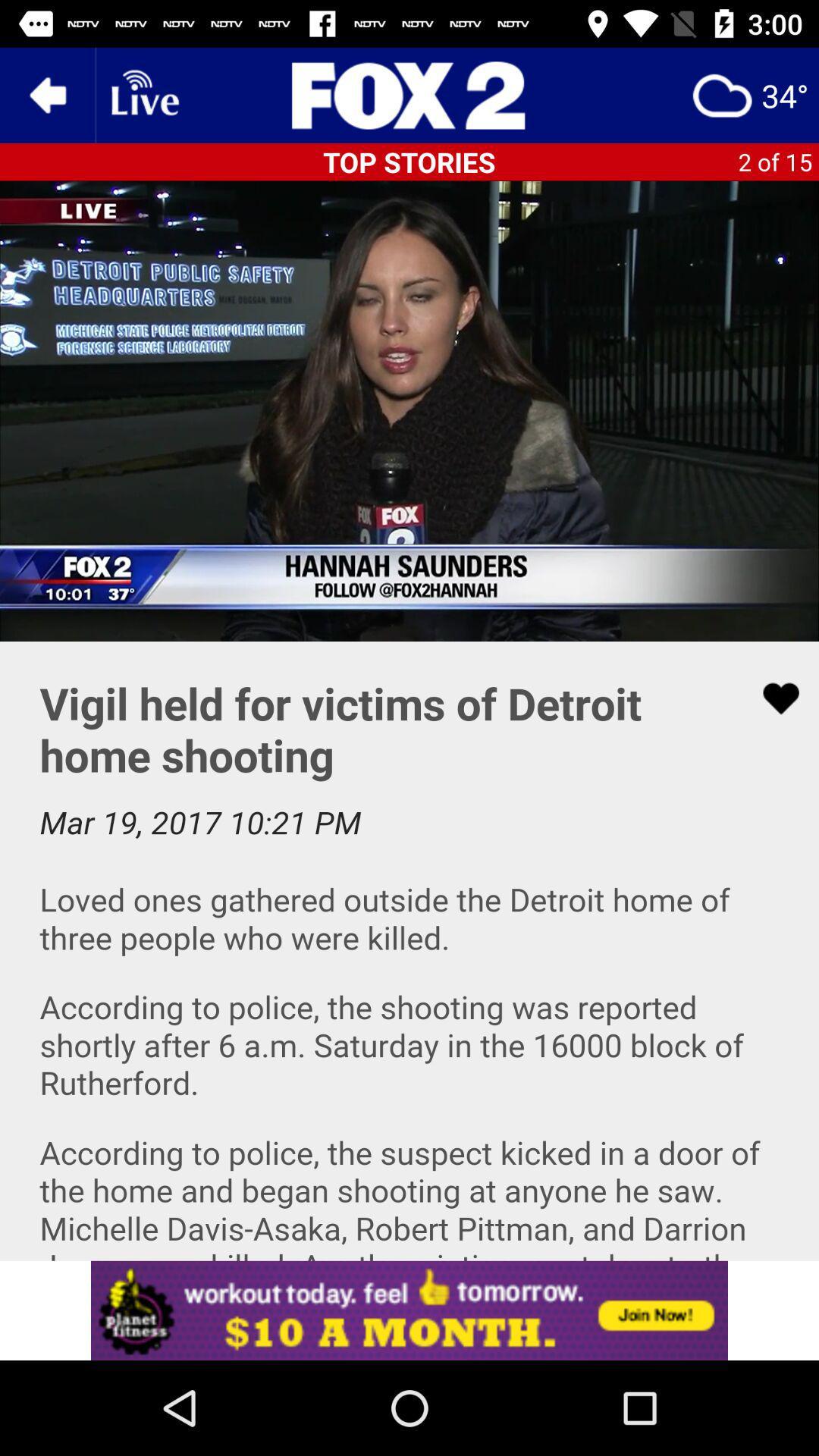 The image size is (819, 1456). Describe the element at coordinates (46, 94) in the screenshot. I see `go back` at that location.